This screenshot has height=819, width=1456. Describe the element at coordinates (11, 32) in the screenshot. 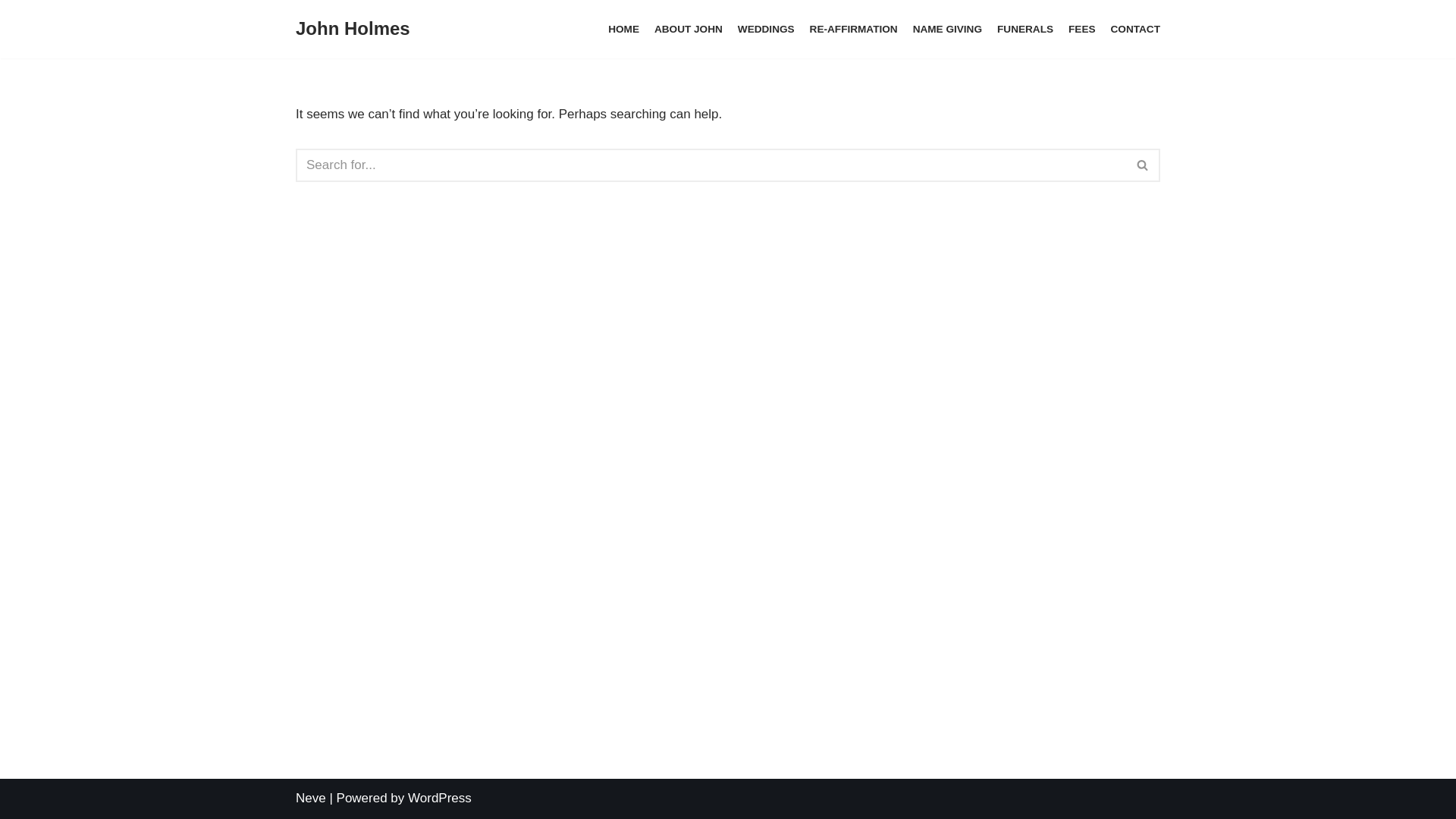

I see `'Skip to content'` at that location.